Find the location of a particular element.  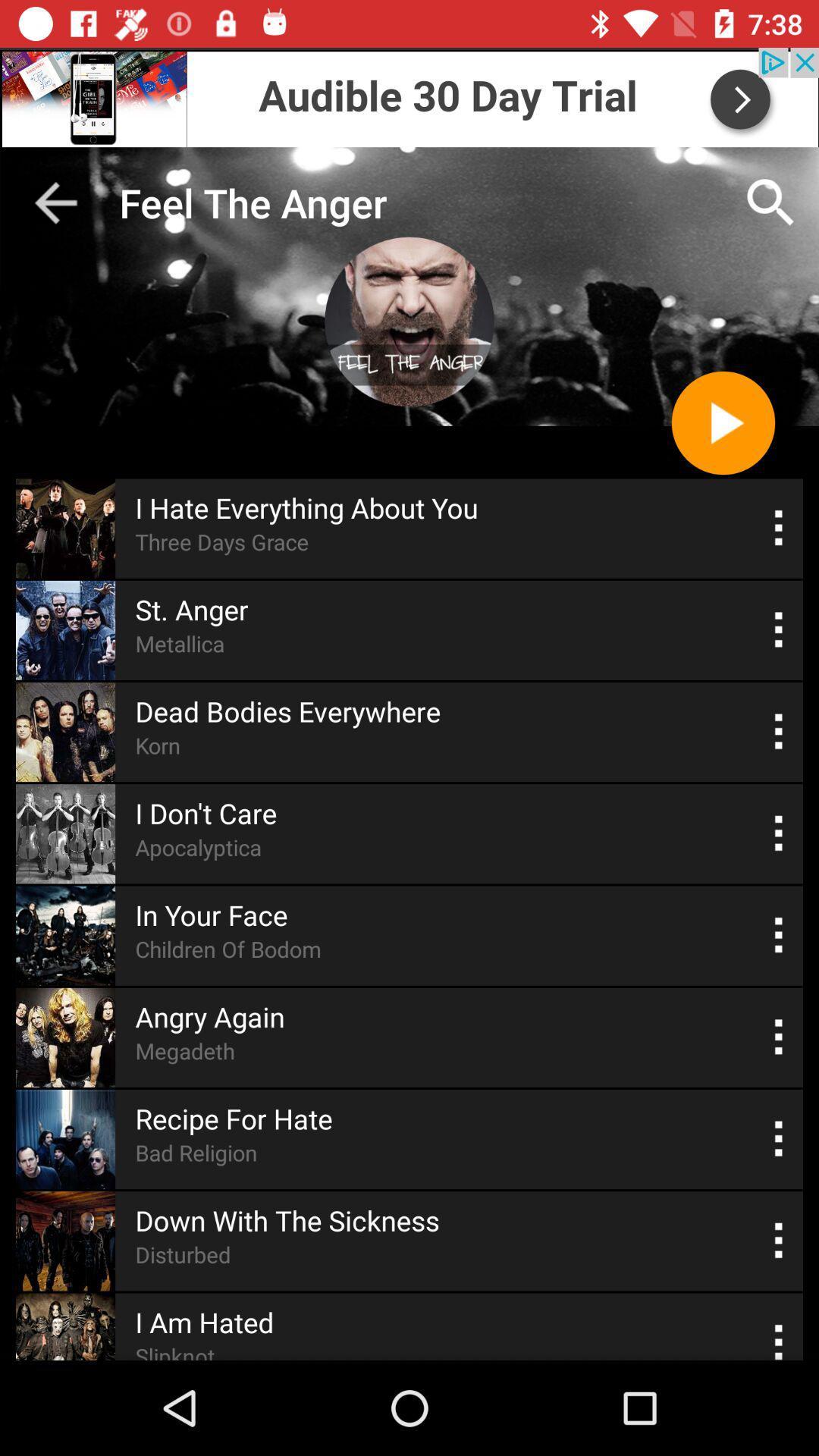

details of song is located at coordinates (779, 833).